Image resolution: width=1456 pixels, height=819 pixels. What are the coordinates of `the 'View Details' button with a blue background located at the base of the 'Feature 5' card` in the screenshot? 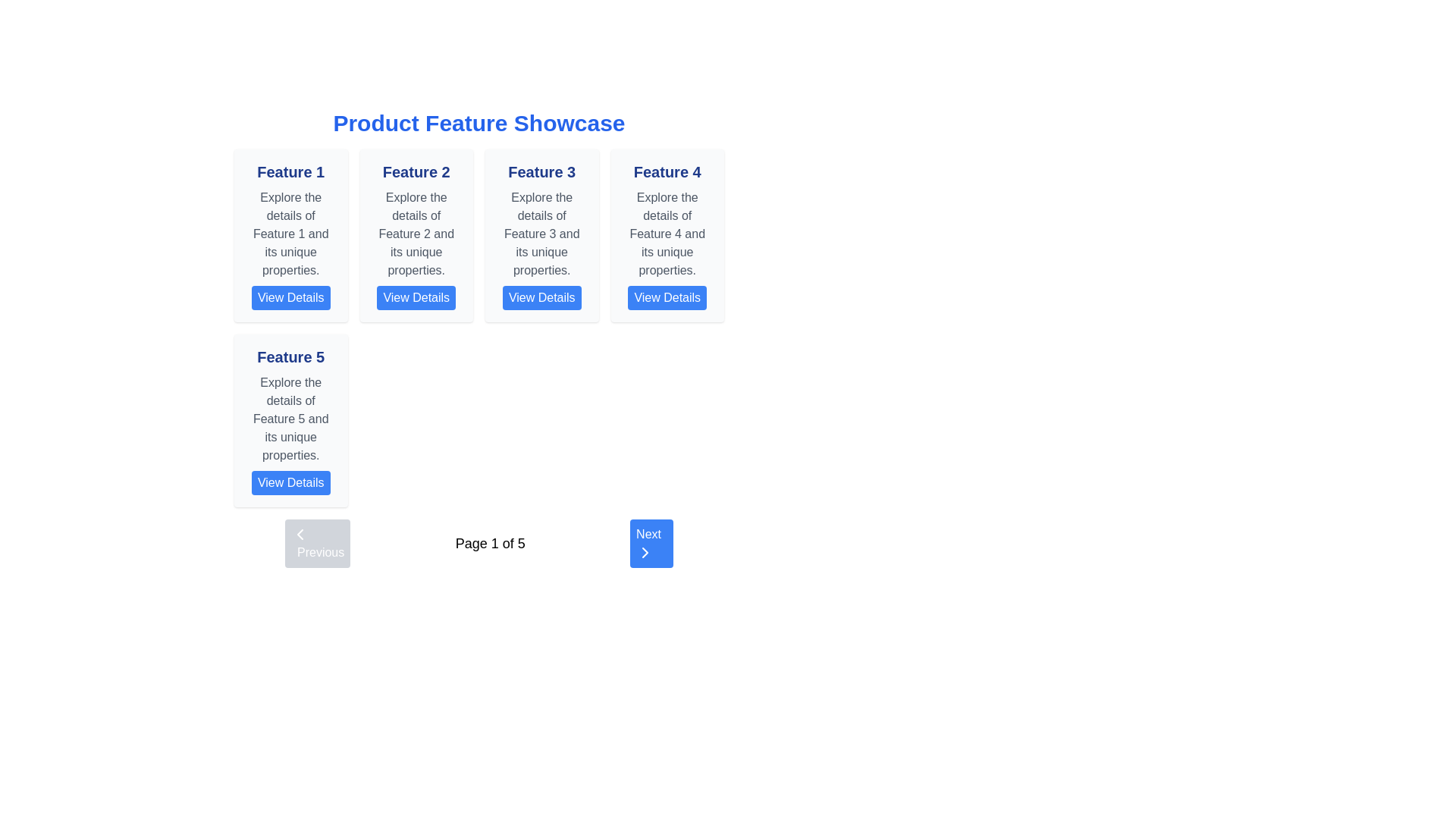 It's located at (290, 482).